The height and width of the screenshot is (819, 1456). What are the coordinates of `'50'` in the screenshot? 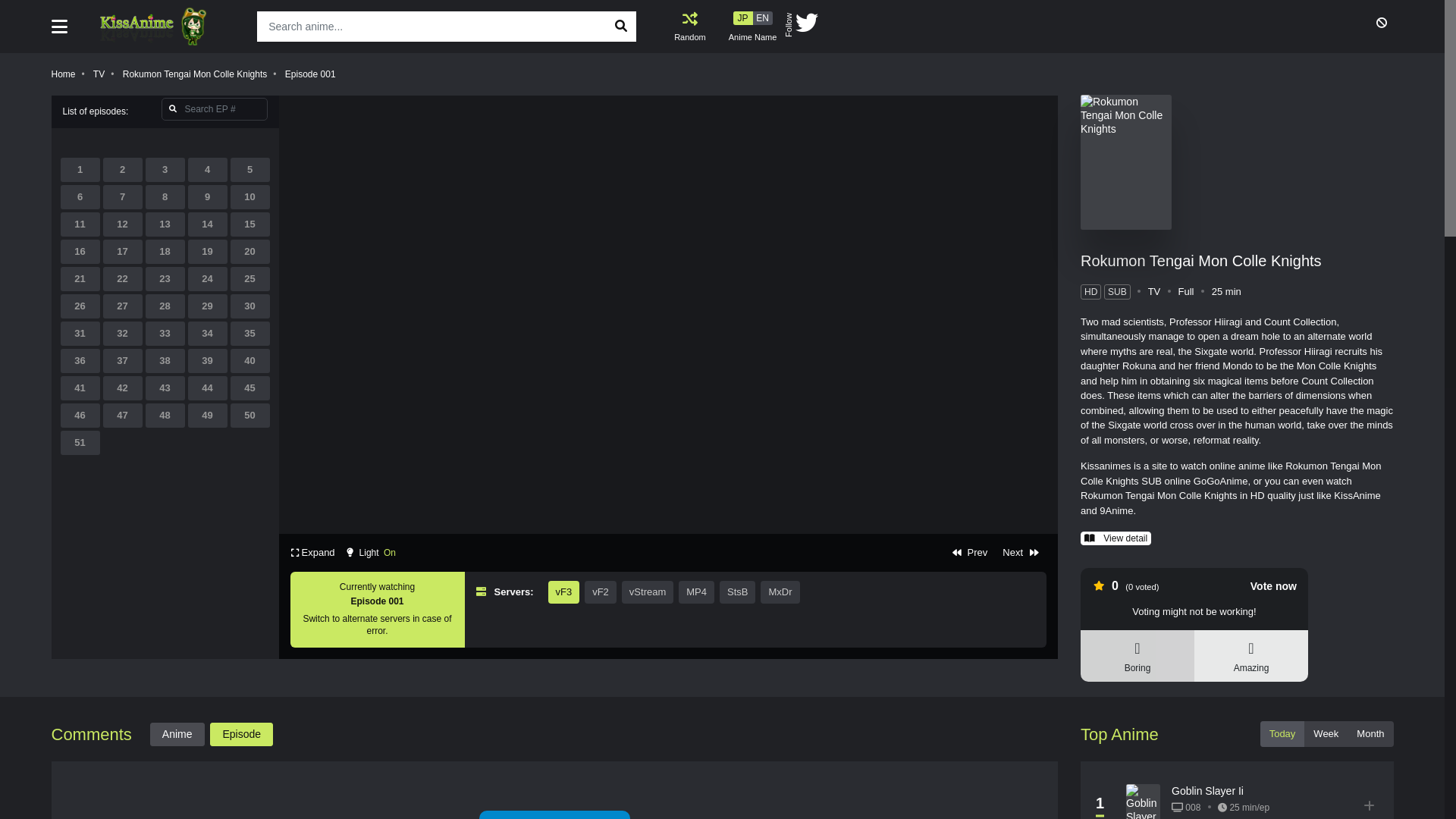 It's located at (229, 415).